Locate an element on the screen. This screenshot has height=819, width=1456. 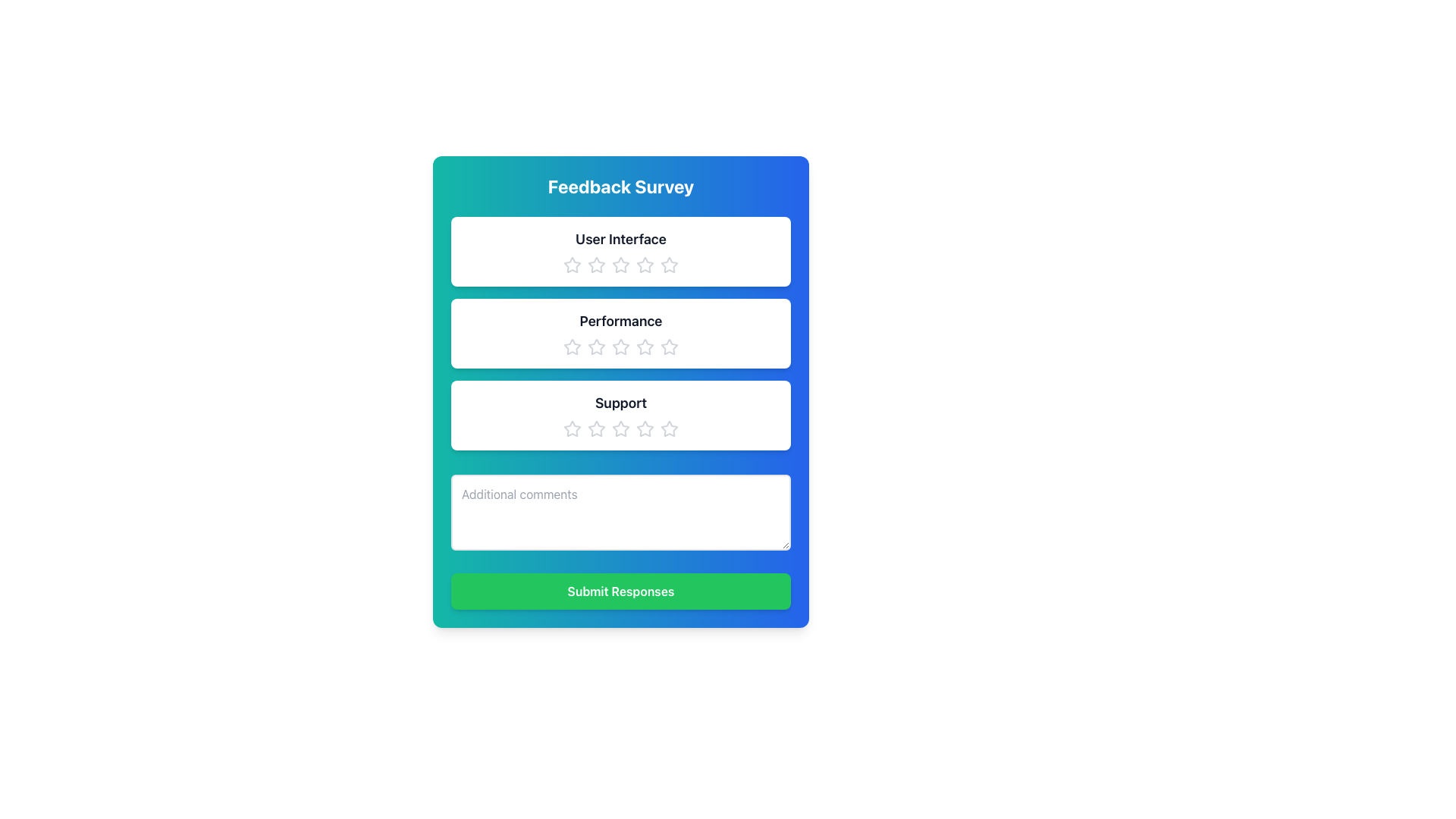
the star rating icons in the 'Support' feedback card is located at coordinates (621, 415).